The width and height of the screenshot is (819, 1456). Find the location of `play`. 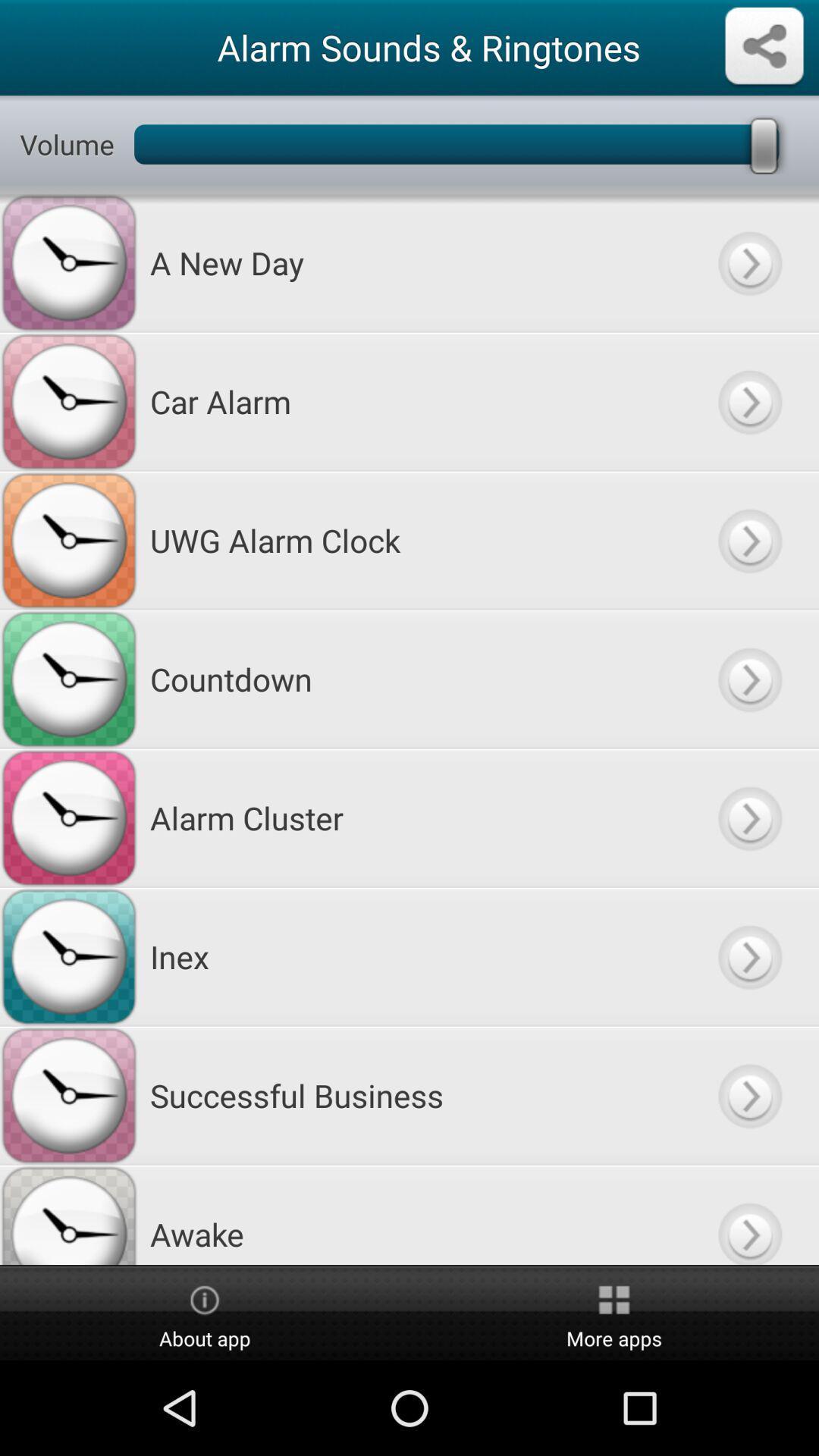

play is located at coordinates (748, 817).